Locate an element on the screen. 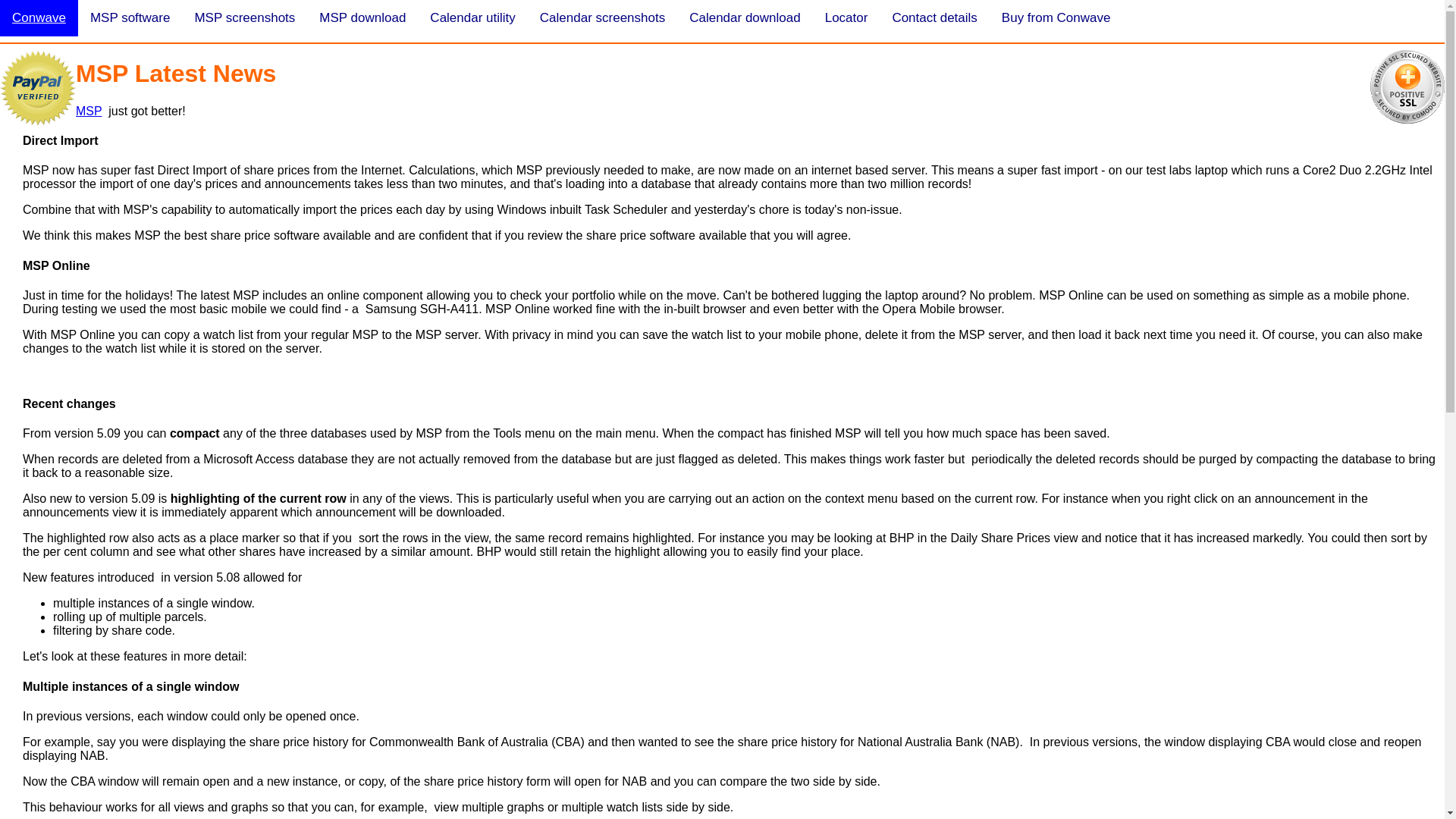 This screenshot has width=1456, height=819. 'MSP software' is located at coordinates (130, 17).